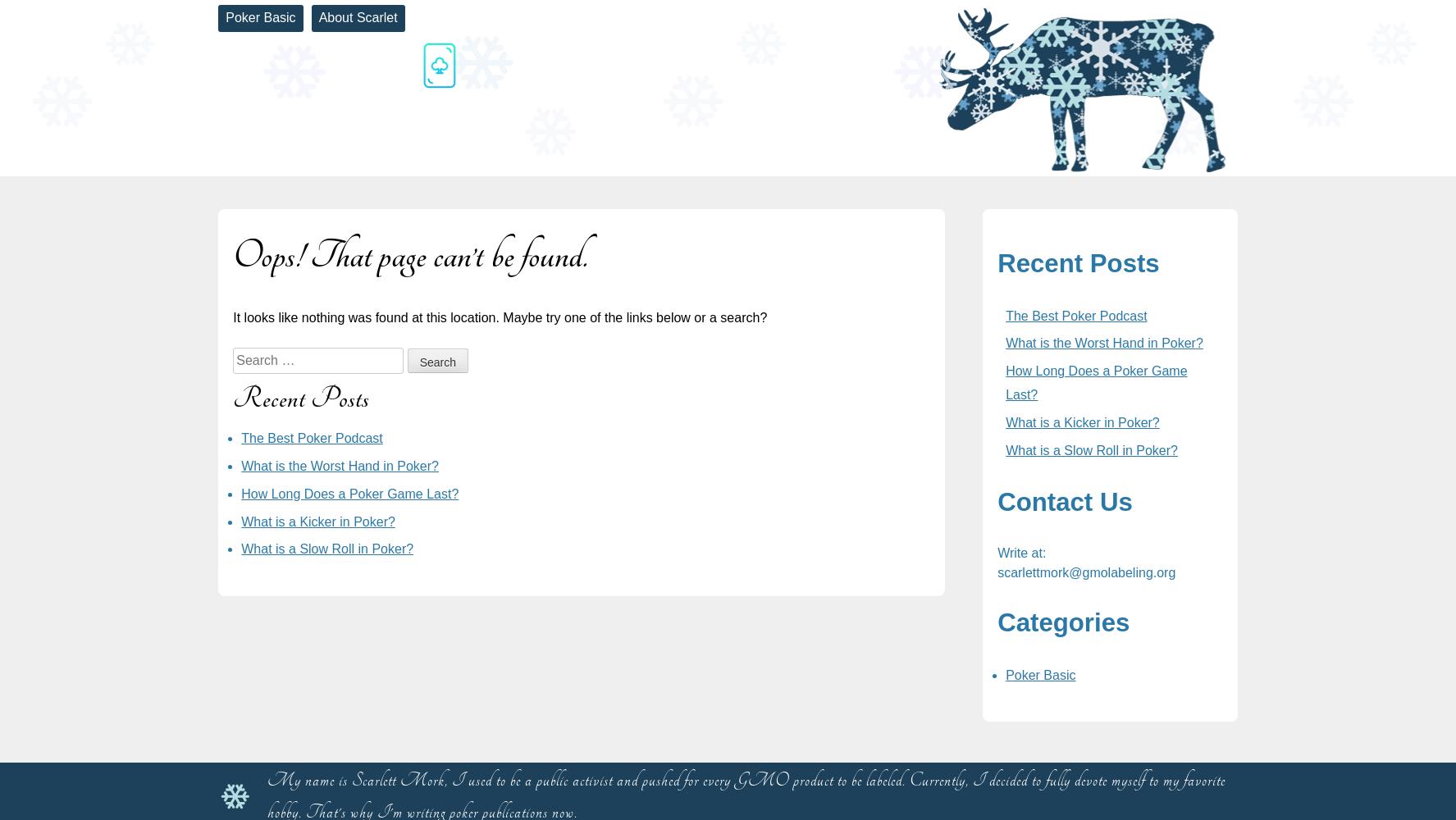  Describe the element at coordinates (1062, 622) in the screenshot. I see `'Categories'` at that location.